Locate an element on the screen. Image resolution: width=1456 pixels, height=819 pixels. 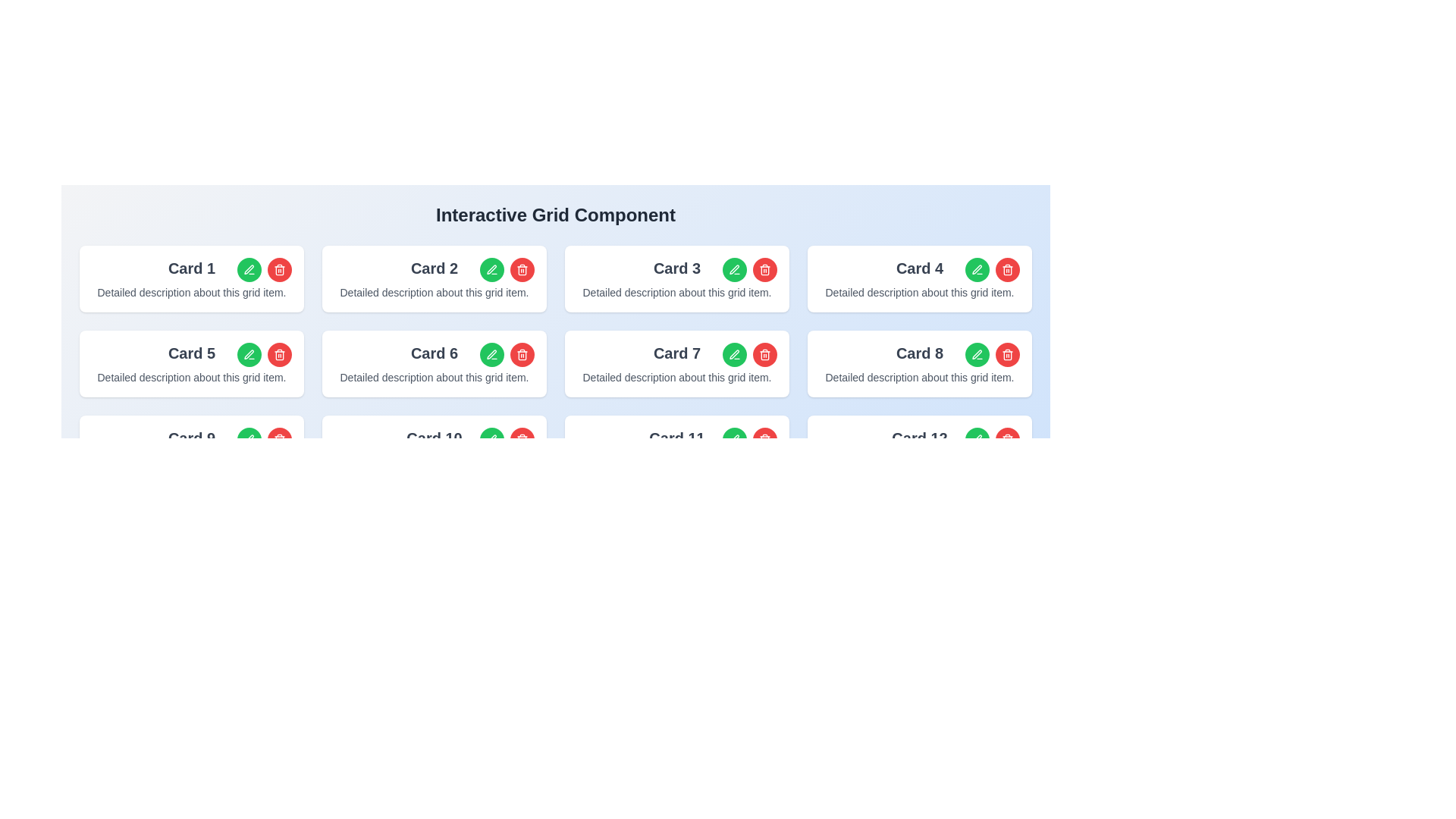
the edit button located is located at coordinates (249, 439).